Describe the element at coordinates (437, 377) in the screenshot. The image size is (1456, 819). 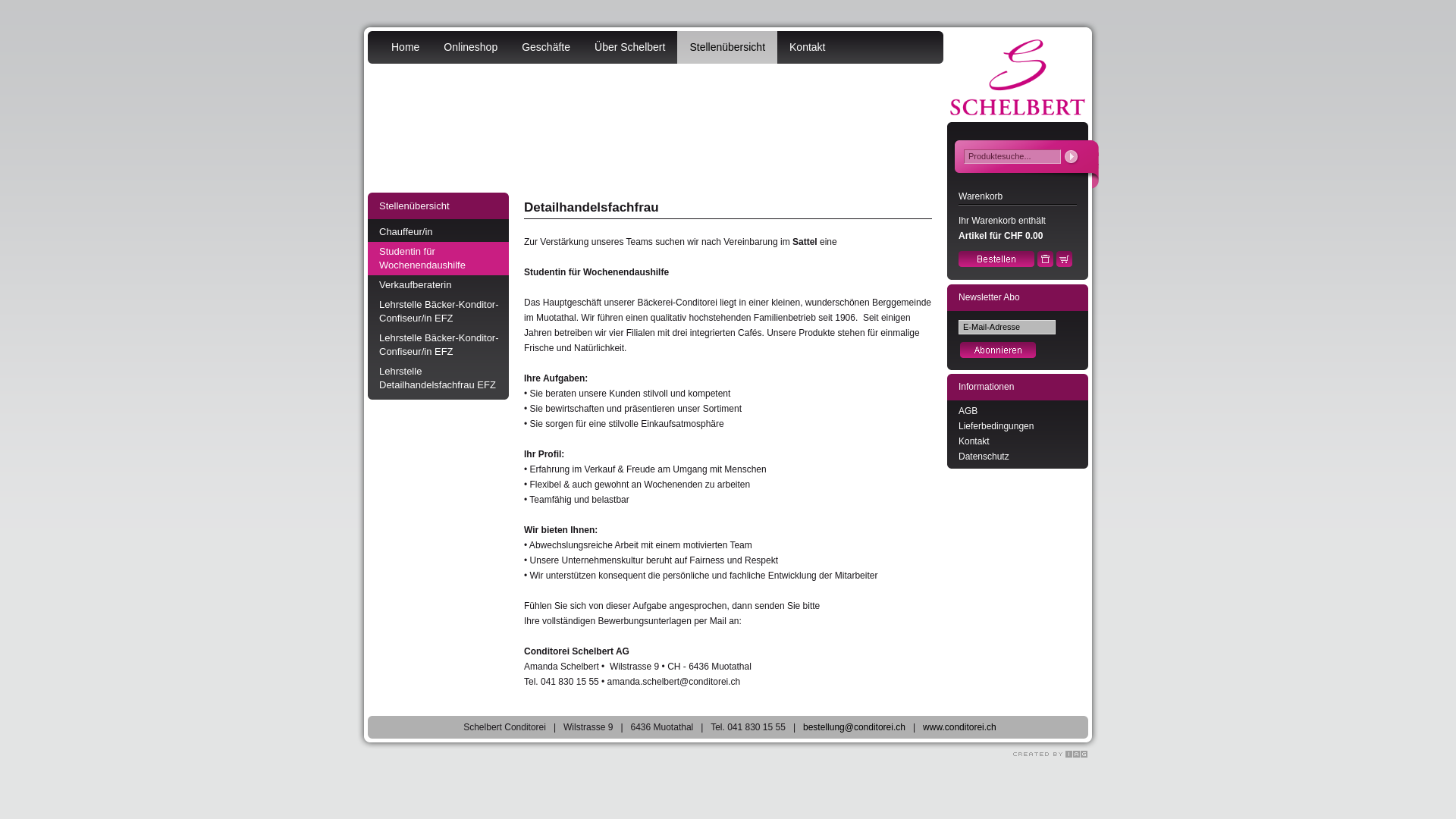
I see `'Lehrstelle Detailhandelsfachfrau EFZ'` at that location.